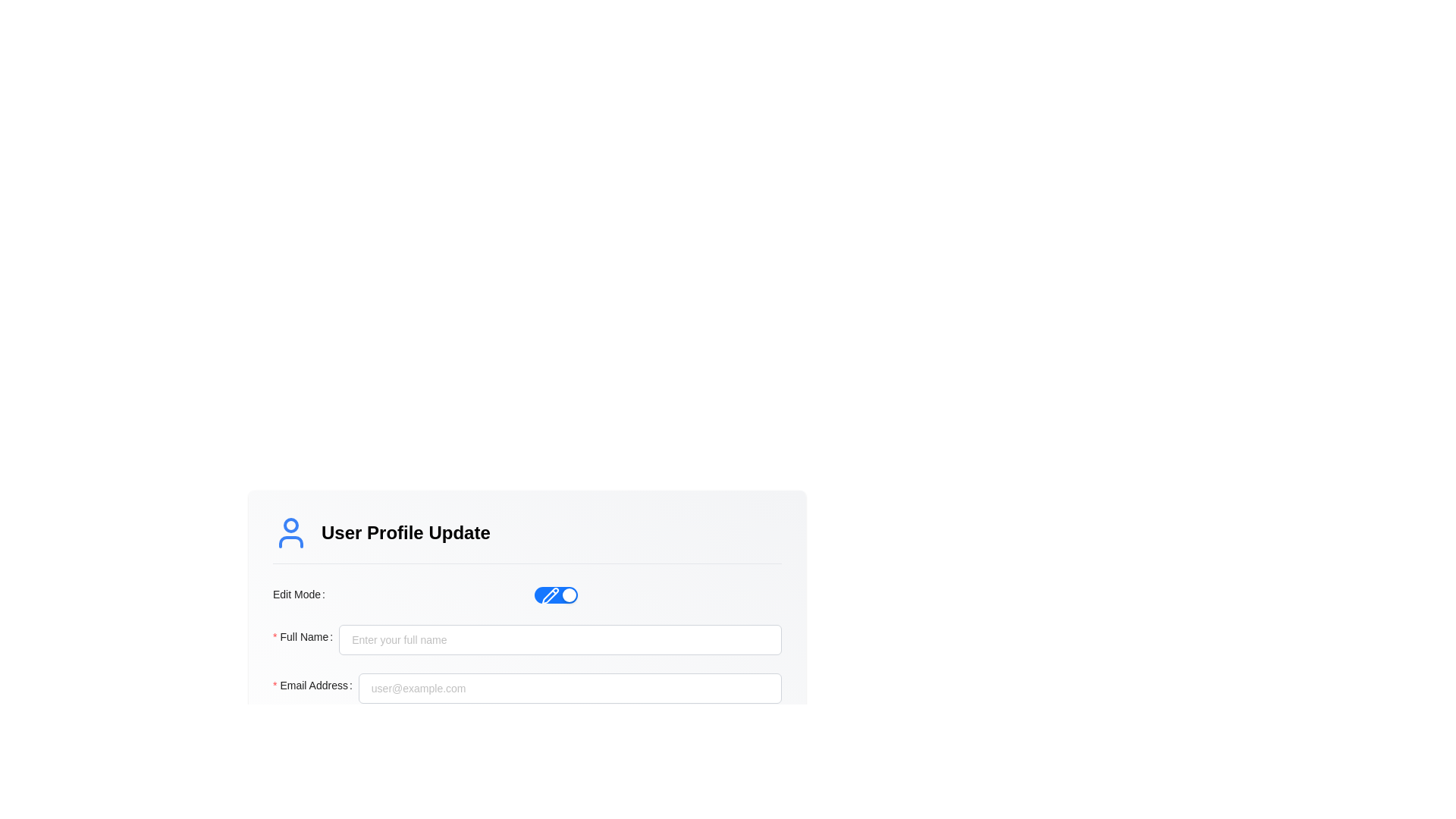 The width and height of the screenshot is (1456, 819). I want to click on the email input field label in the 'User Profile Update' form, which is located below the 'Full Name' field label and to the left of the email input box, so click(315, 685).